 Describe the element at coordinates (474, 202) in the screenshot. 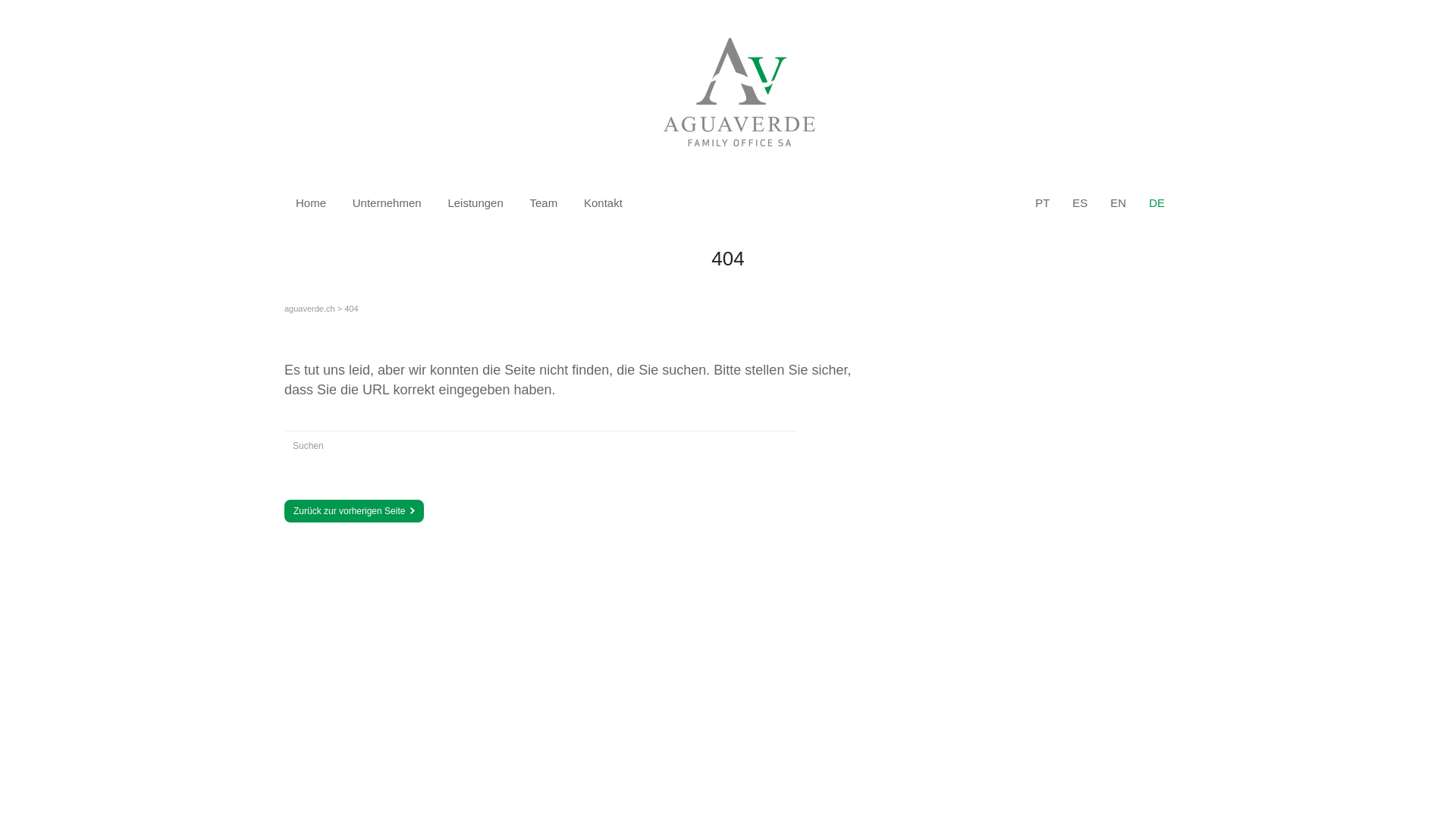

I see `'Leistungen'` at that location.